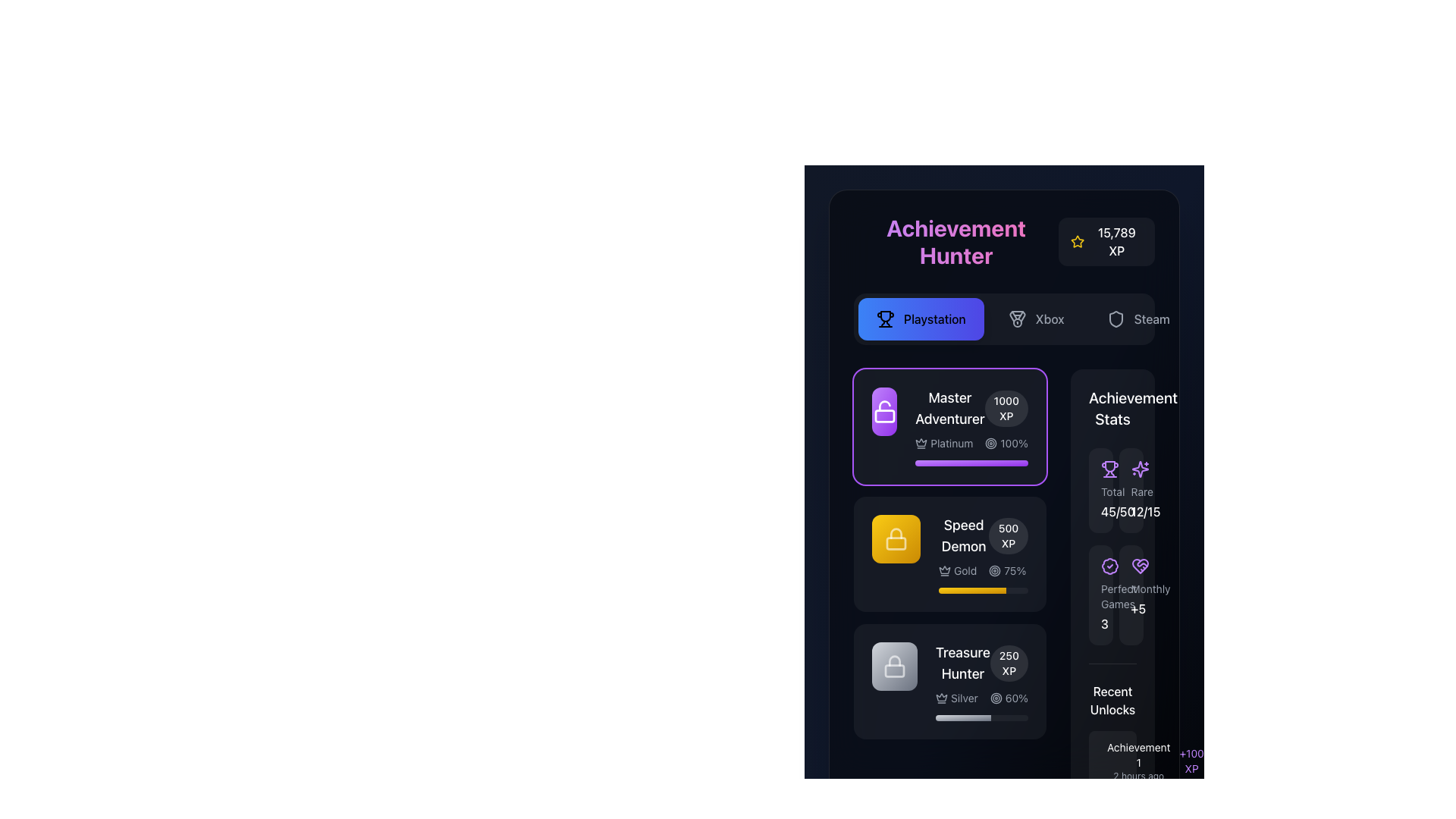  I want to click on the 'Speed Demon' text label, which is positioned in the middle section of the interface, serving as an identifier for a specific section or achievement, so click(963, 535).